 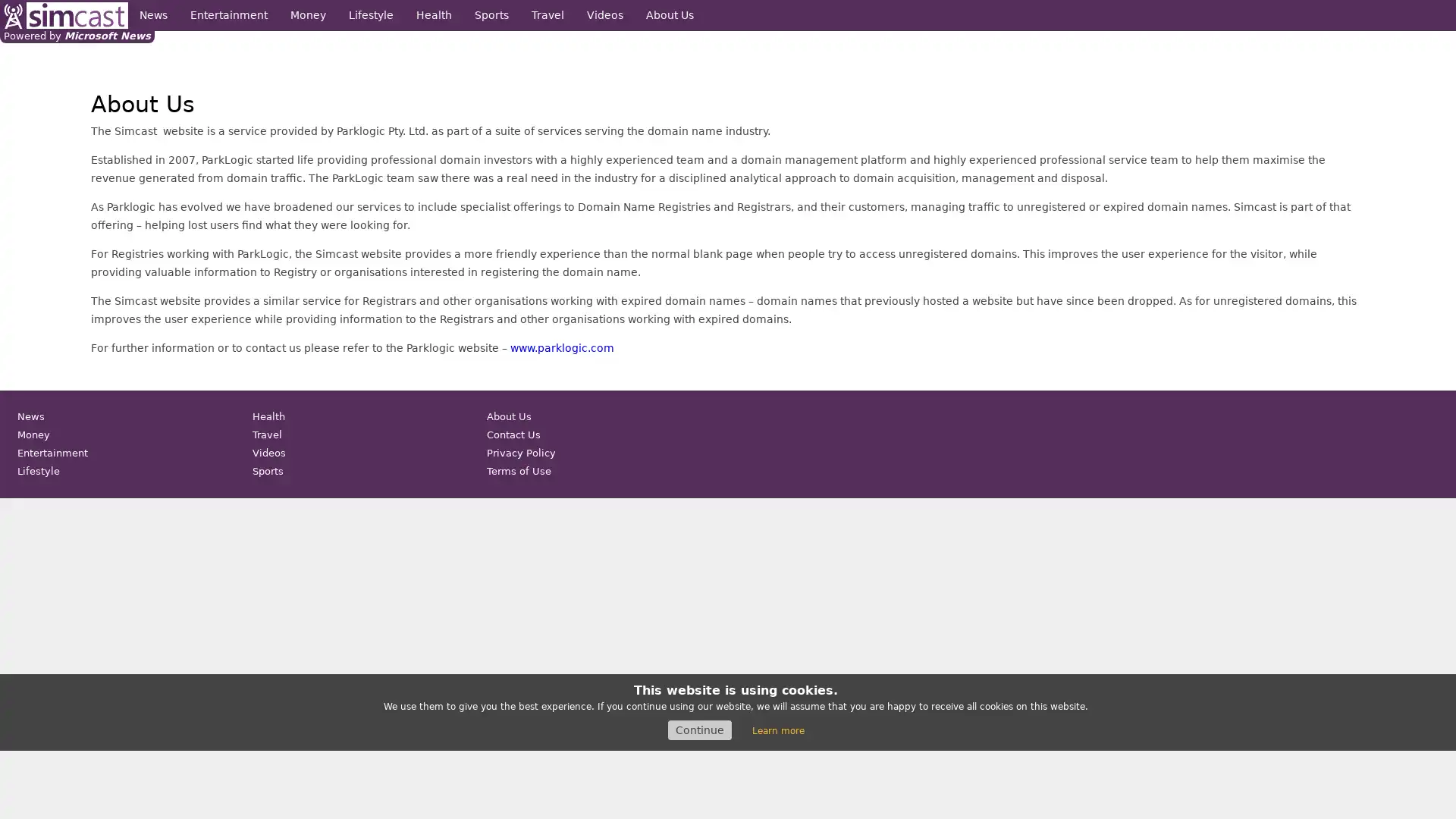 I want to click on Continue, so click(x=698, y=730).